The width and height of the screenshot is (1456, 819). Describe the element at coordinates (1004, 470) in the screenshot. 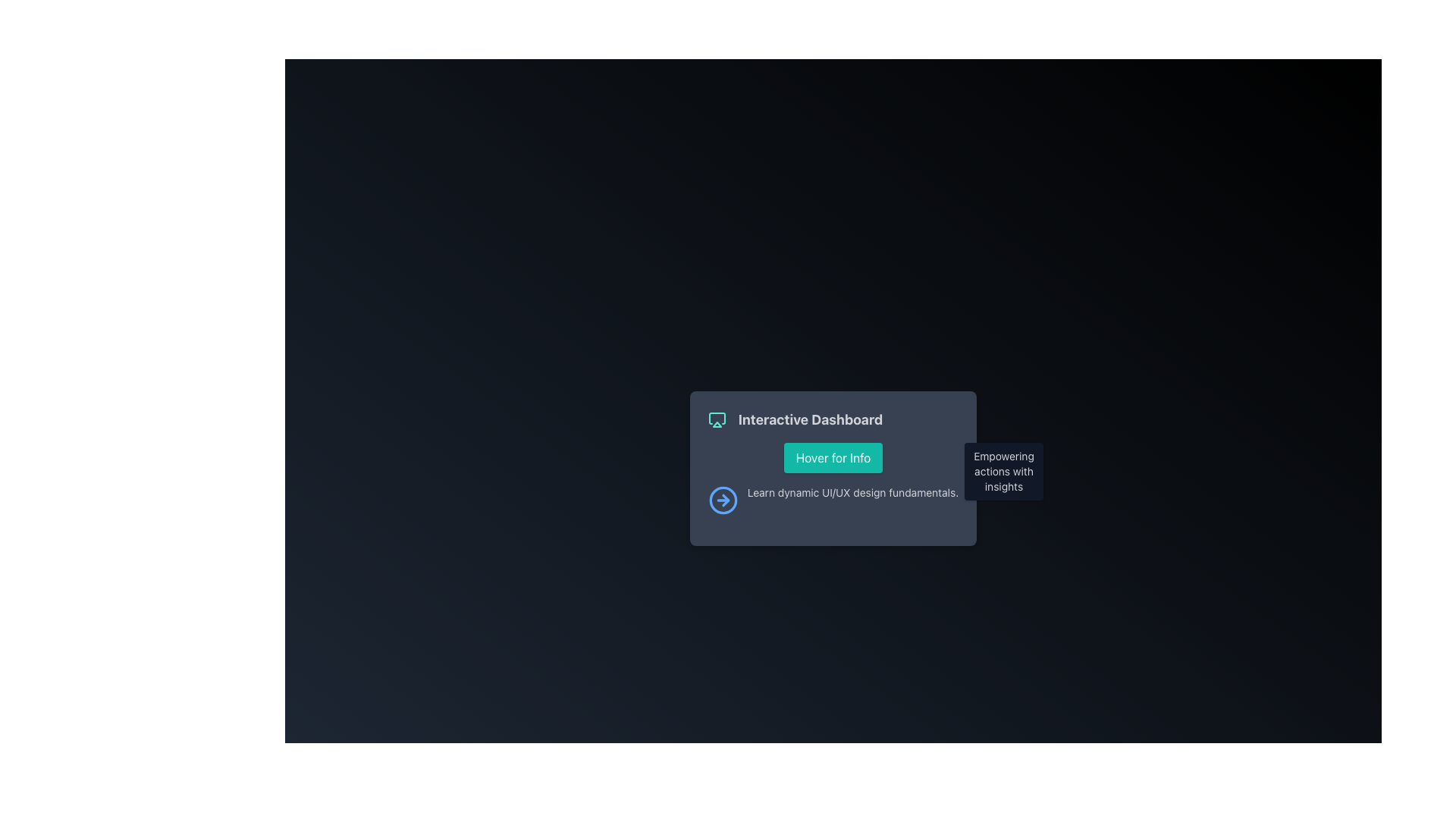

I see `the tooltip with the text 'Empowering actions with insights' which has a dark gray background and is located to the right of the 'Hover for Info' button` at that location.